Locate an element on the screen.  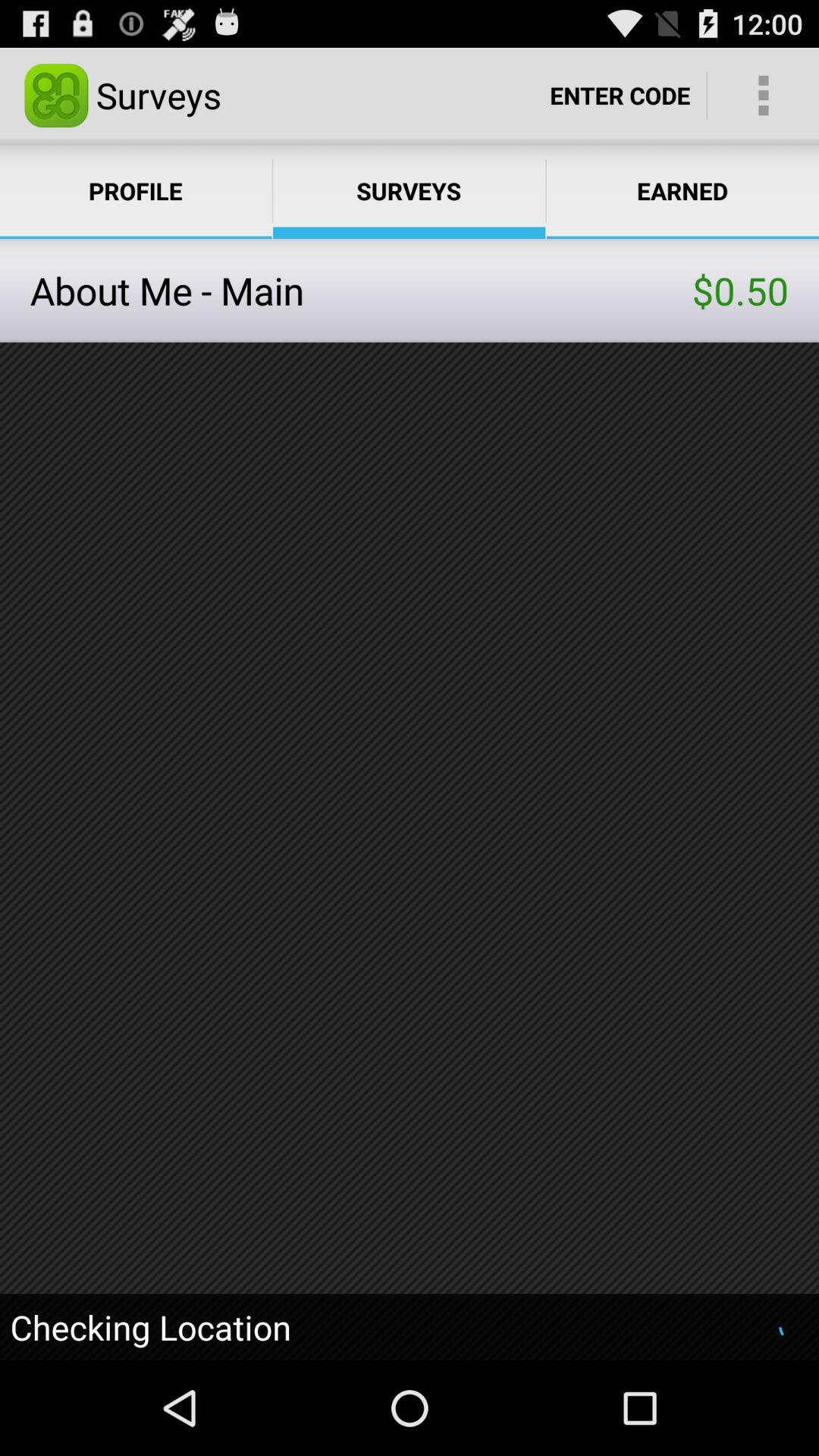
$0.50 is located at coordinates (739, 290).